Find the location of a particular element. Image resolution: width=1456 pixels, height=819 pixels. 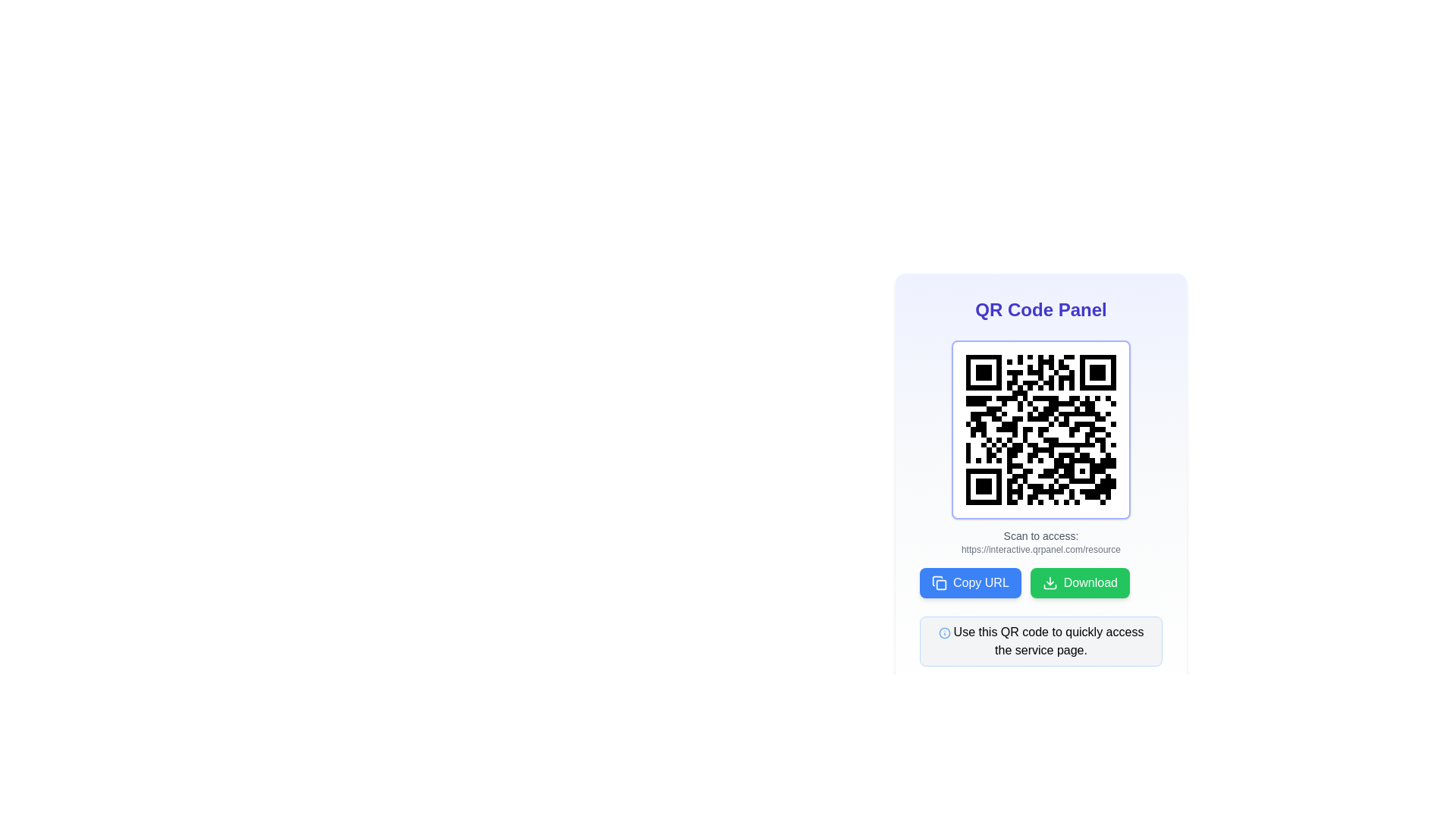

the static text component that displays the destination URL, located below the 'Scan is located at coordinates (1040, 550).